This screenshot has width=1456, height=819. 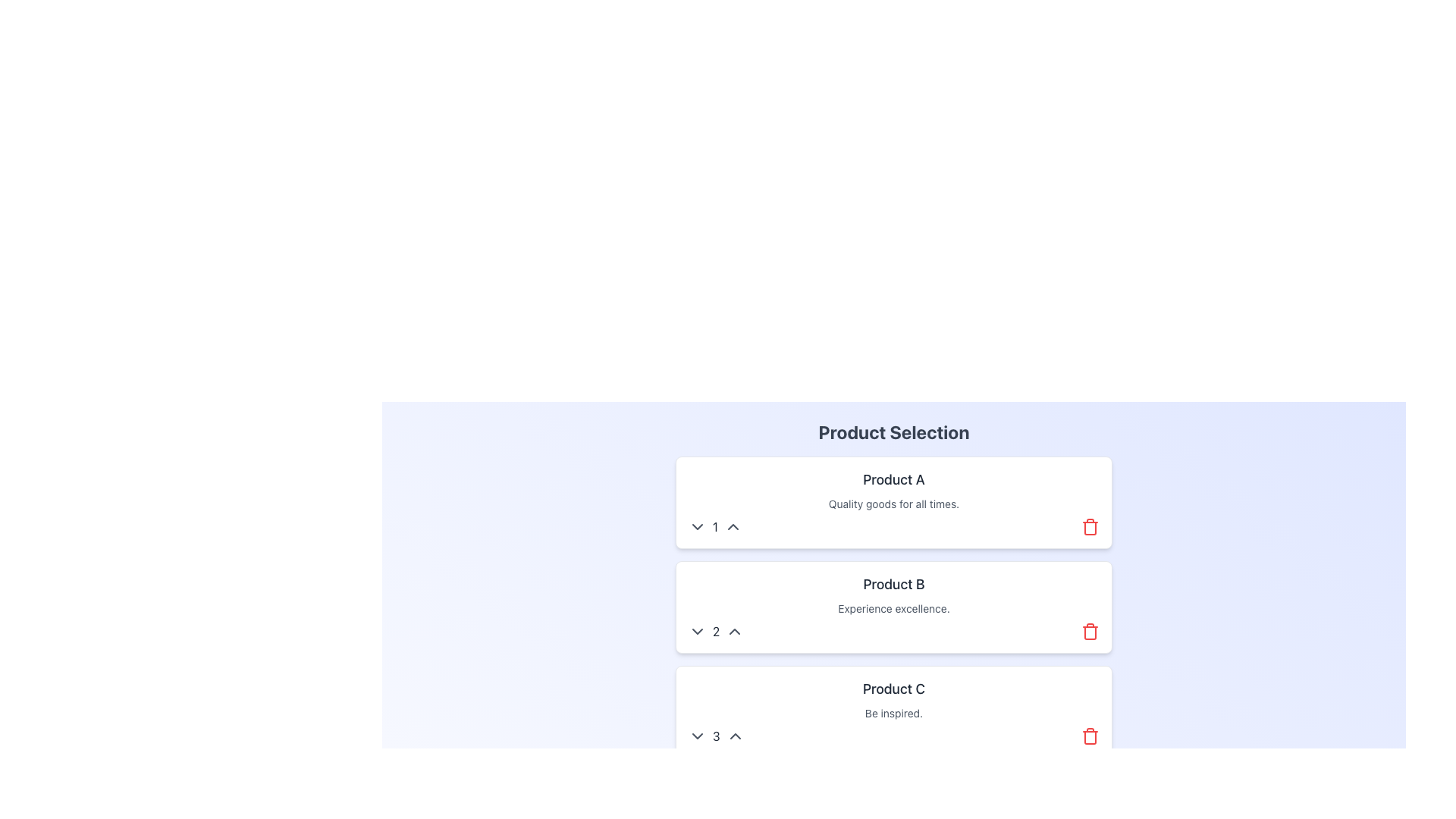 What do you see at coordinates (733, 526) in the screenshot?
I see `the interactive button located to the right of the number '1' beneath 'Product A' to increase the value or priority associated with the product listing` at bounding box center [733, 526].